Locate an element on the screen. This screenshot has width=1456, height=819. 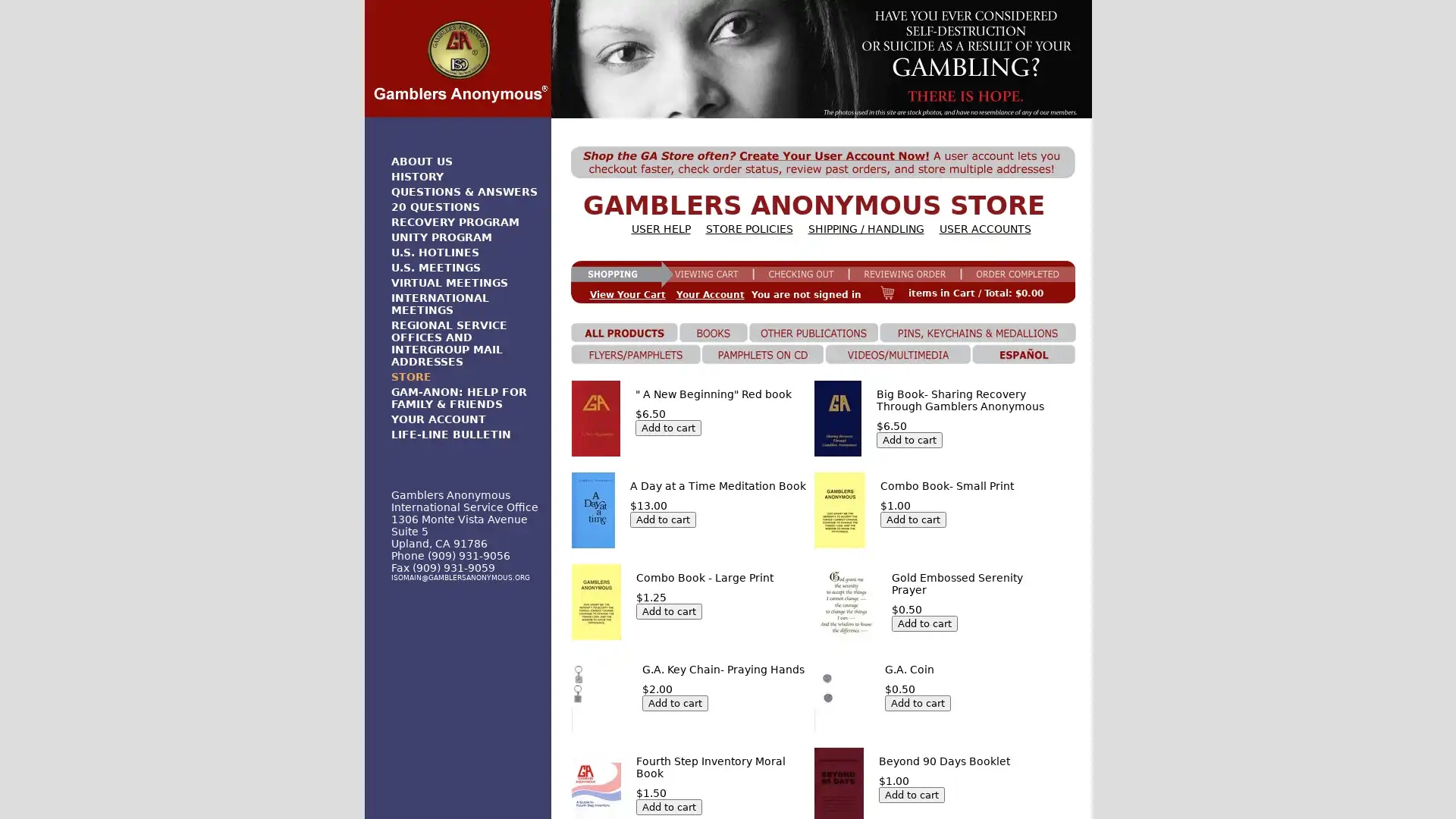
Add to cart is located at coordinates (912, 518).